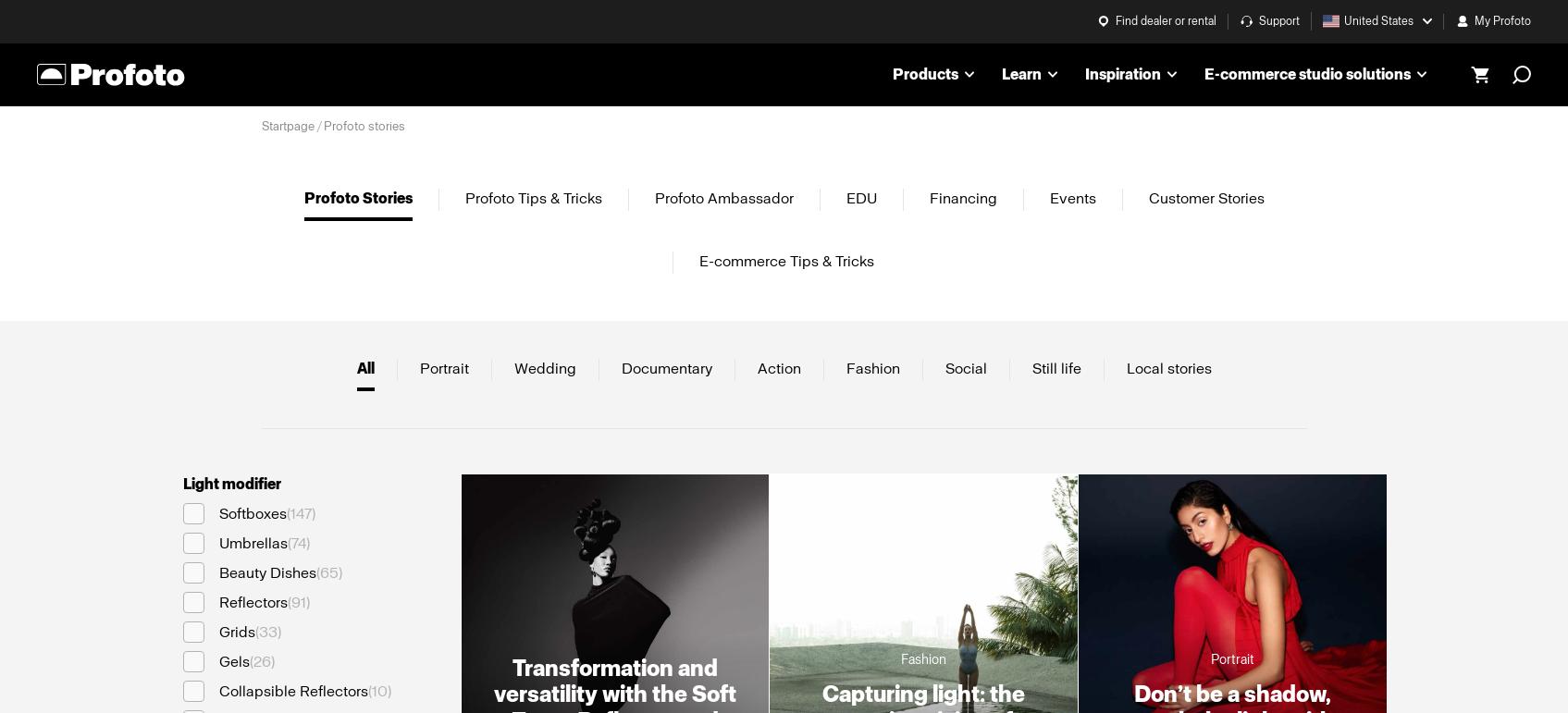 The height and width of the screenshot is (713, 1568). What do you see at coordinates (665, 366) in the screenshot?
I see `'Documentary'` at bounding box center [665, 366].